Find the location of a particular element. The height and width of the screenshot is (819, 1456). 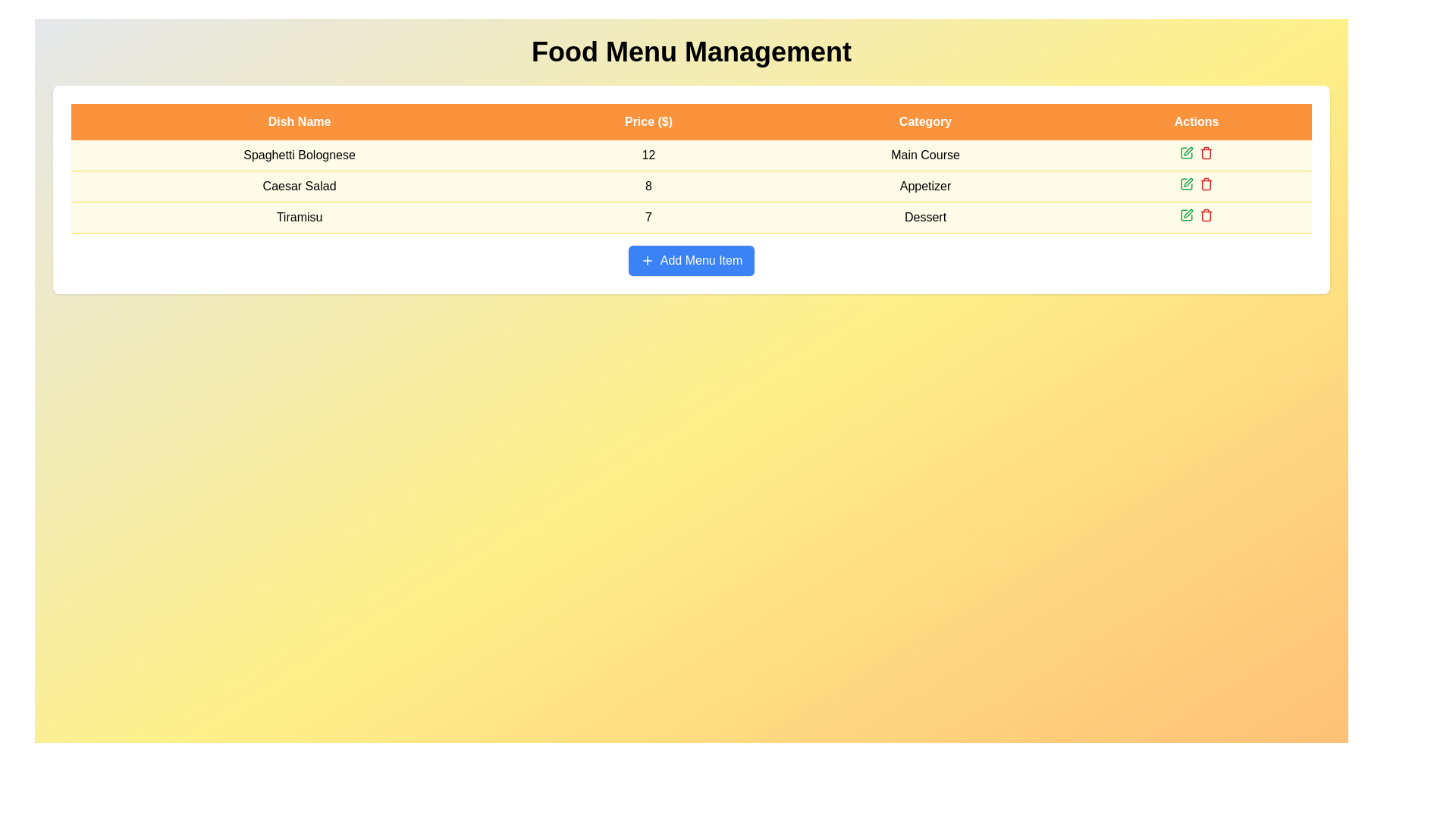

the first SVG icon in the 'Actions' column of the table for the 'Main Course' category is located at coordinates (1188, 151).